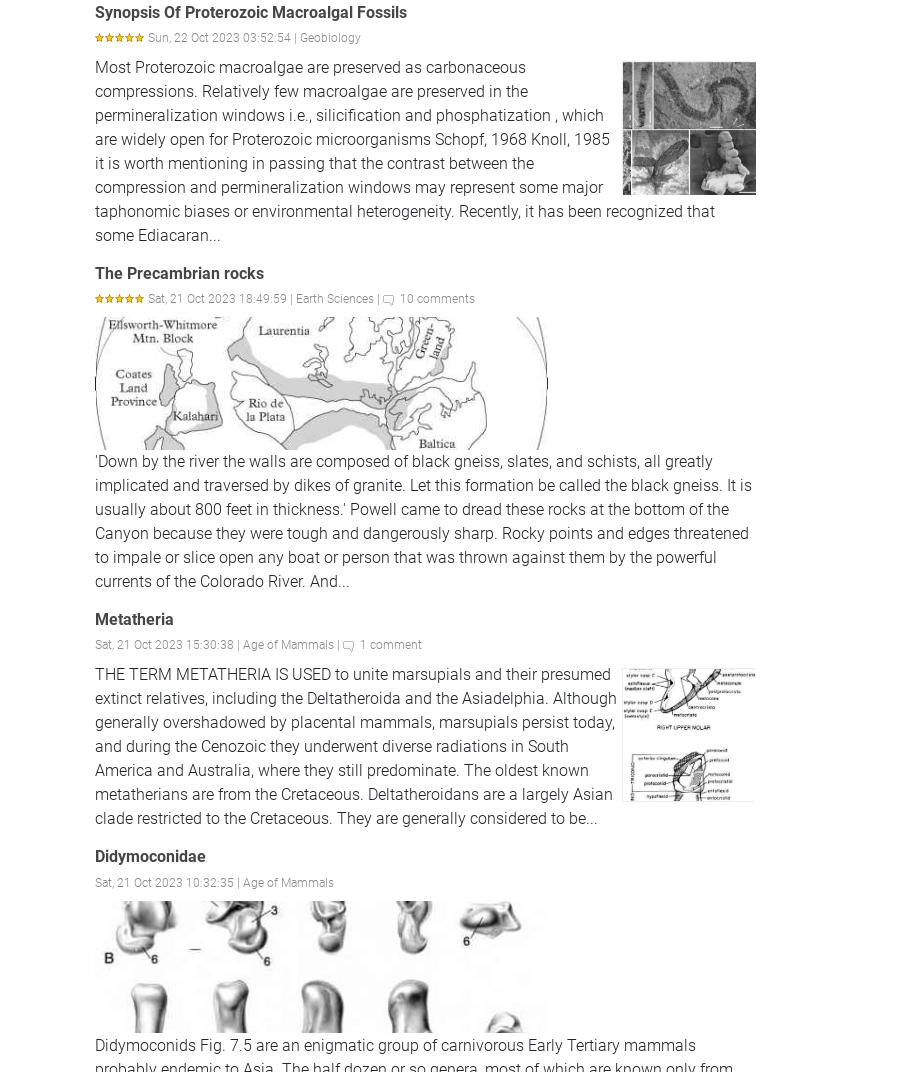  What do you see at coordinates (335, 297) in the screenshot?
I see `'Earth Sciences'` at bounding box center [335, 297].